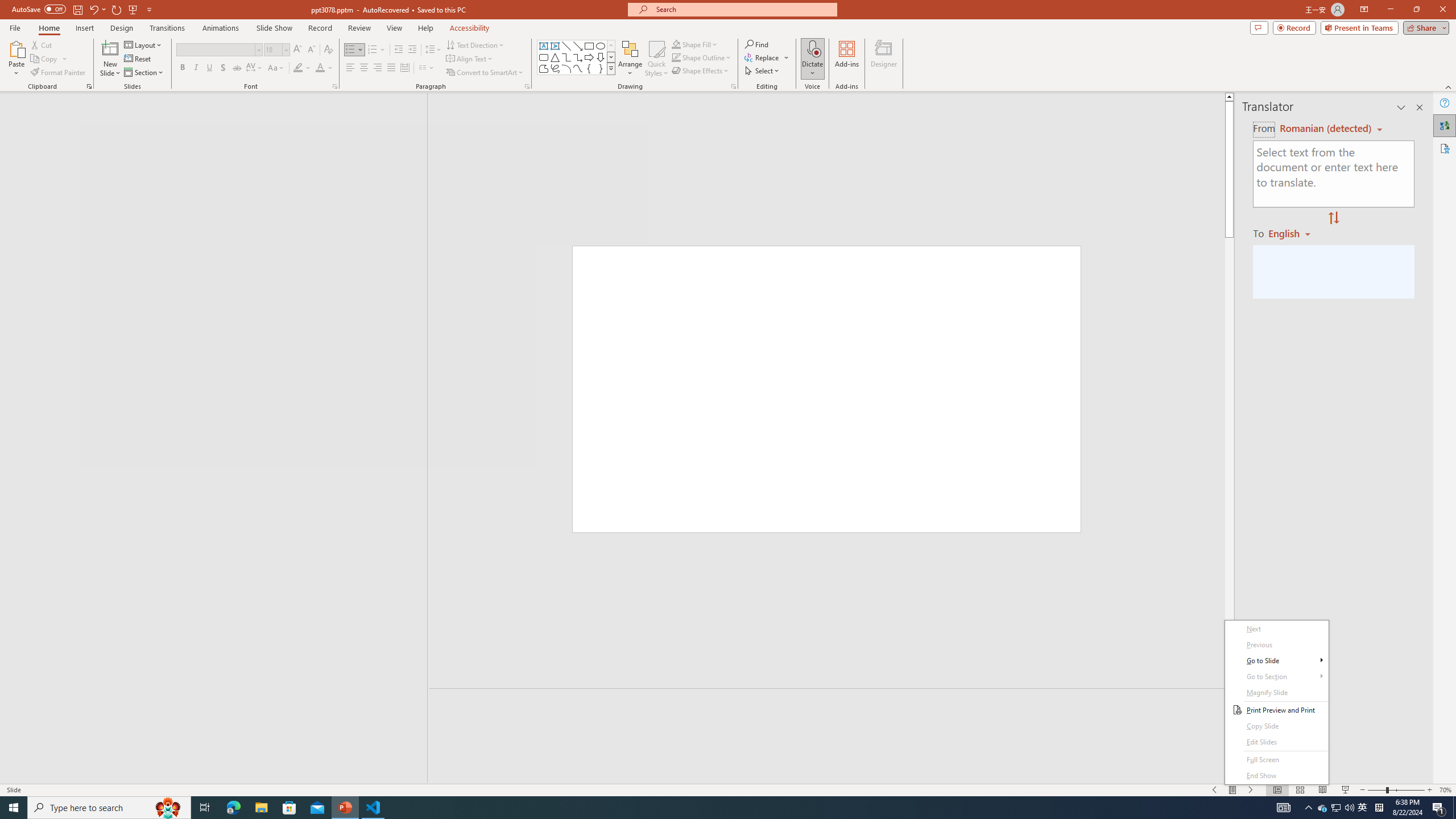  Describe the element at coordinates (1277, 677) in the screenshot. I see `'Go to Section'` at that location.